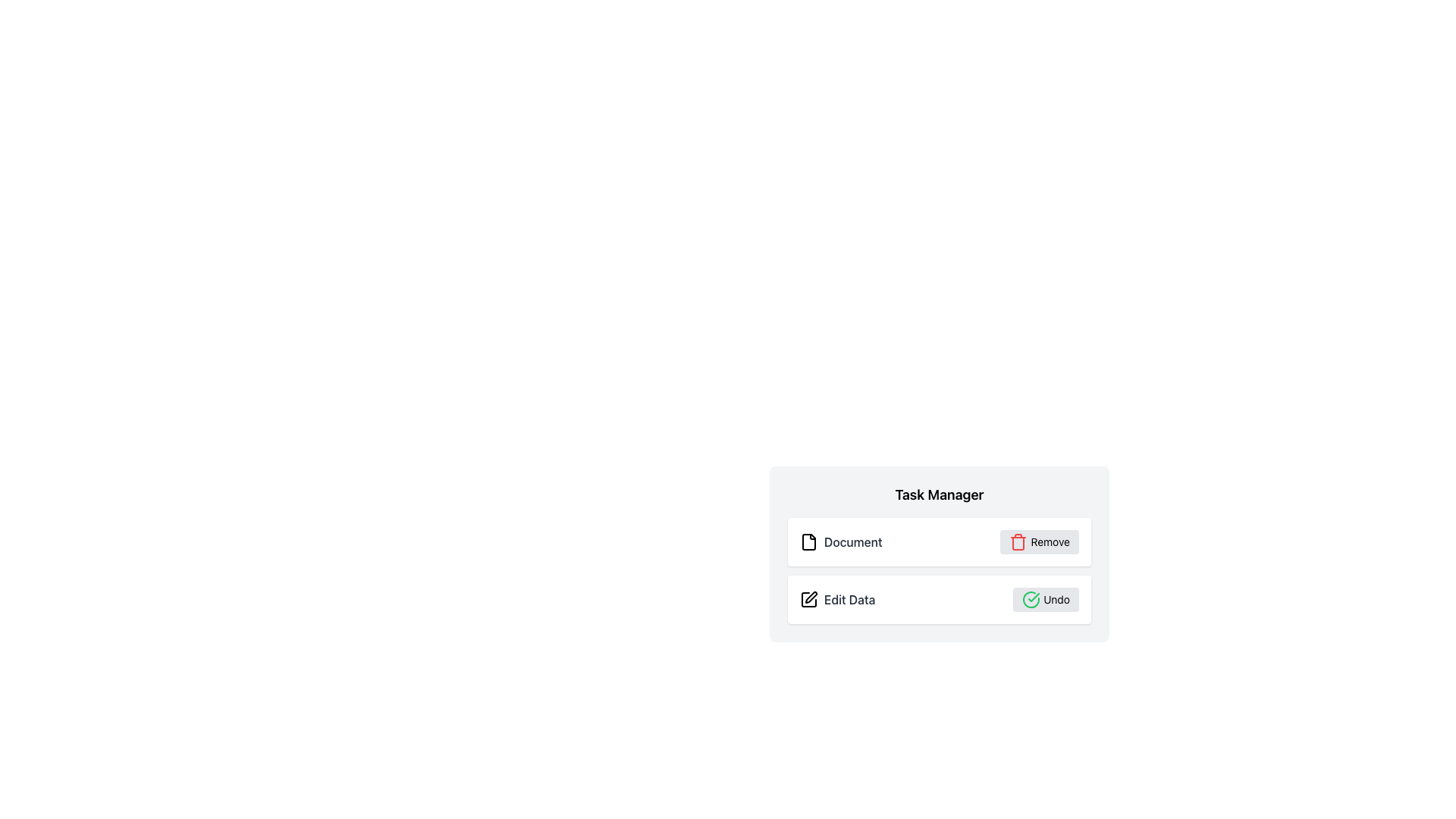 The width and height of the screenshot is (1456, 819). Describe the element at coordinates (808, 598) in the screenshot. I see `the edit action icon located to the left of the 'Edit Data' label in the lower row of the 'Task Manager' section` at that location.